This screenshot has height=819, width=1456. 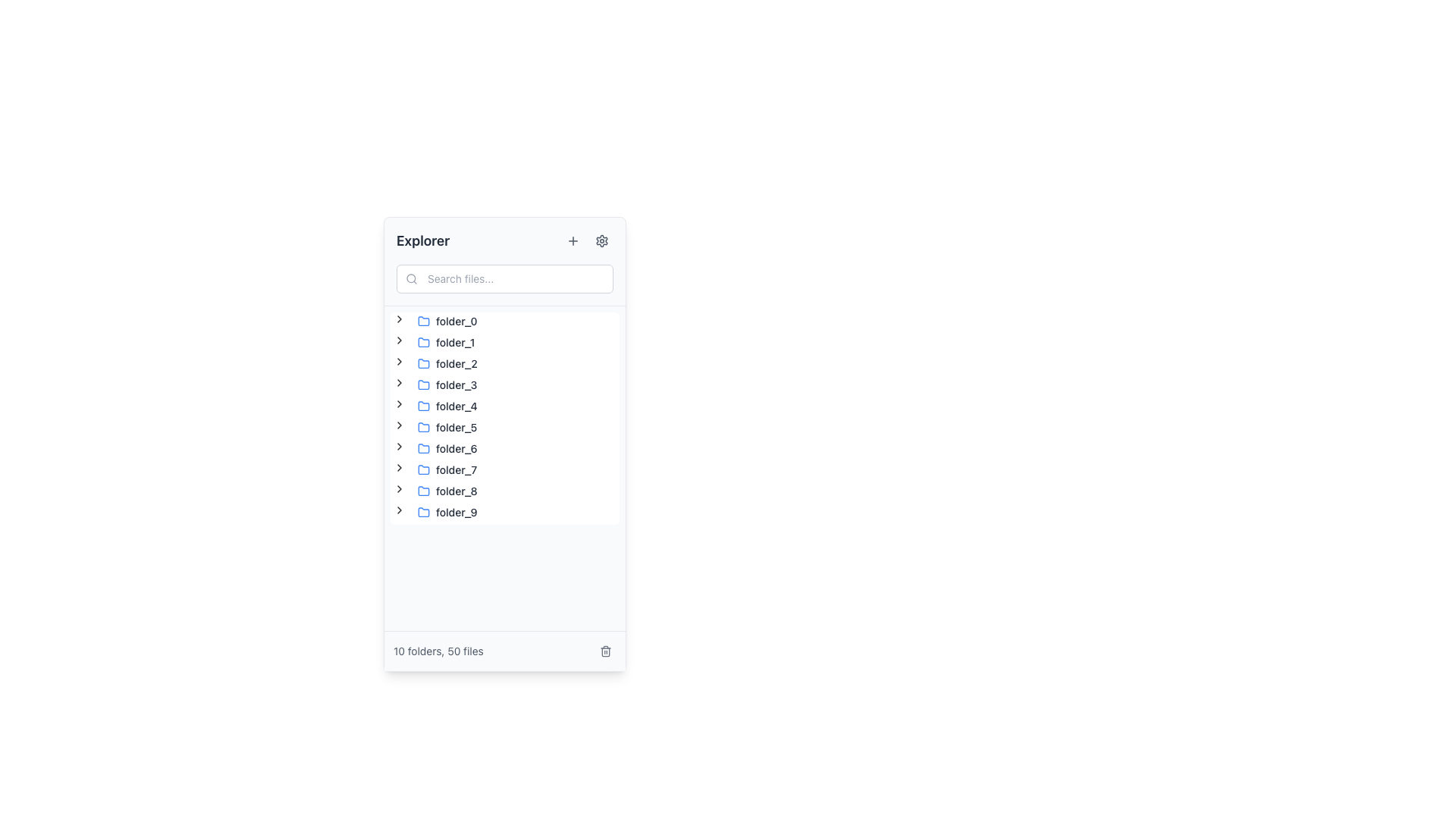 What do you see at coordinates (400, 446) in the screenshot?
I see `the right-facing chevron arrow icon located to the left of the folder labeled 'folder_6'` at bounding box center [400, 446].